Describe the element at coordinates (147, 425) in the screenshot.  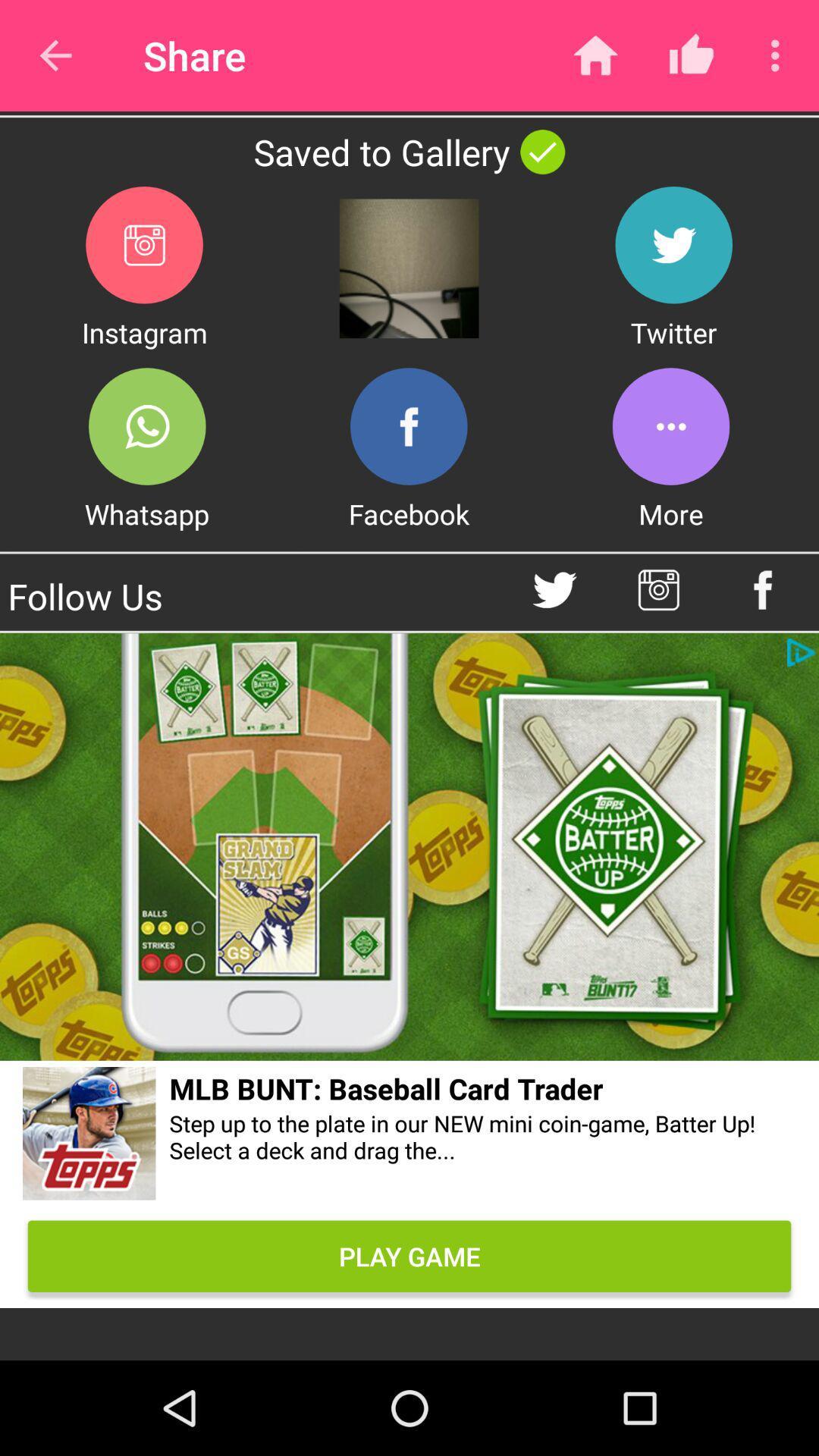
I see `share on whatsapp` at that location.